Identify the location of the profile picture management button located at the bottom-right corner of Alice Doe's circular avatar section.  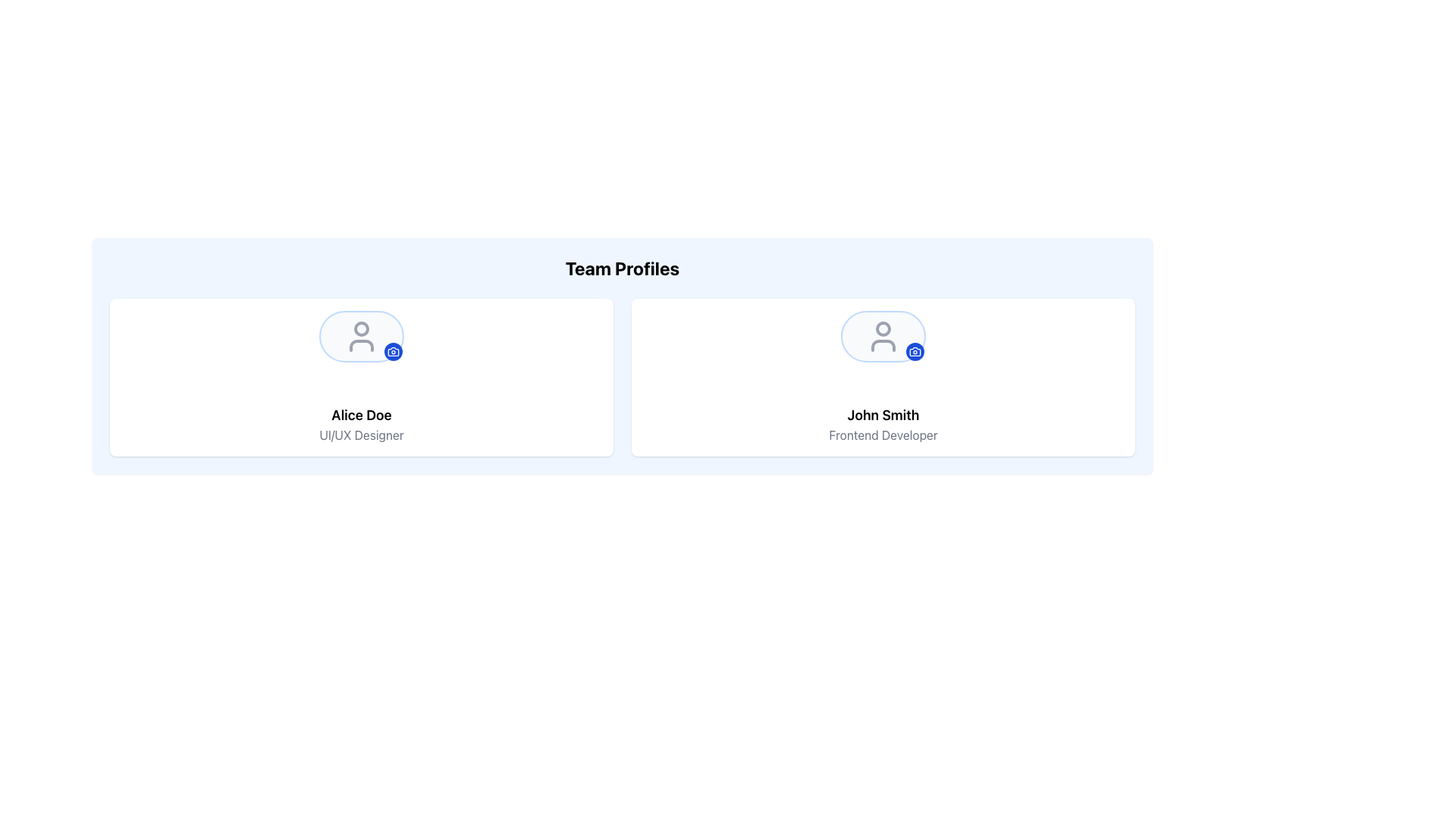
(393, 351).